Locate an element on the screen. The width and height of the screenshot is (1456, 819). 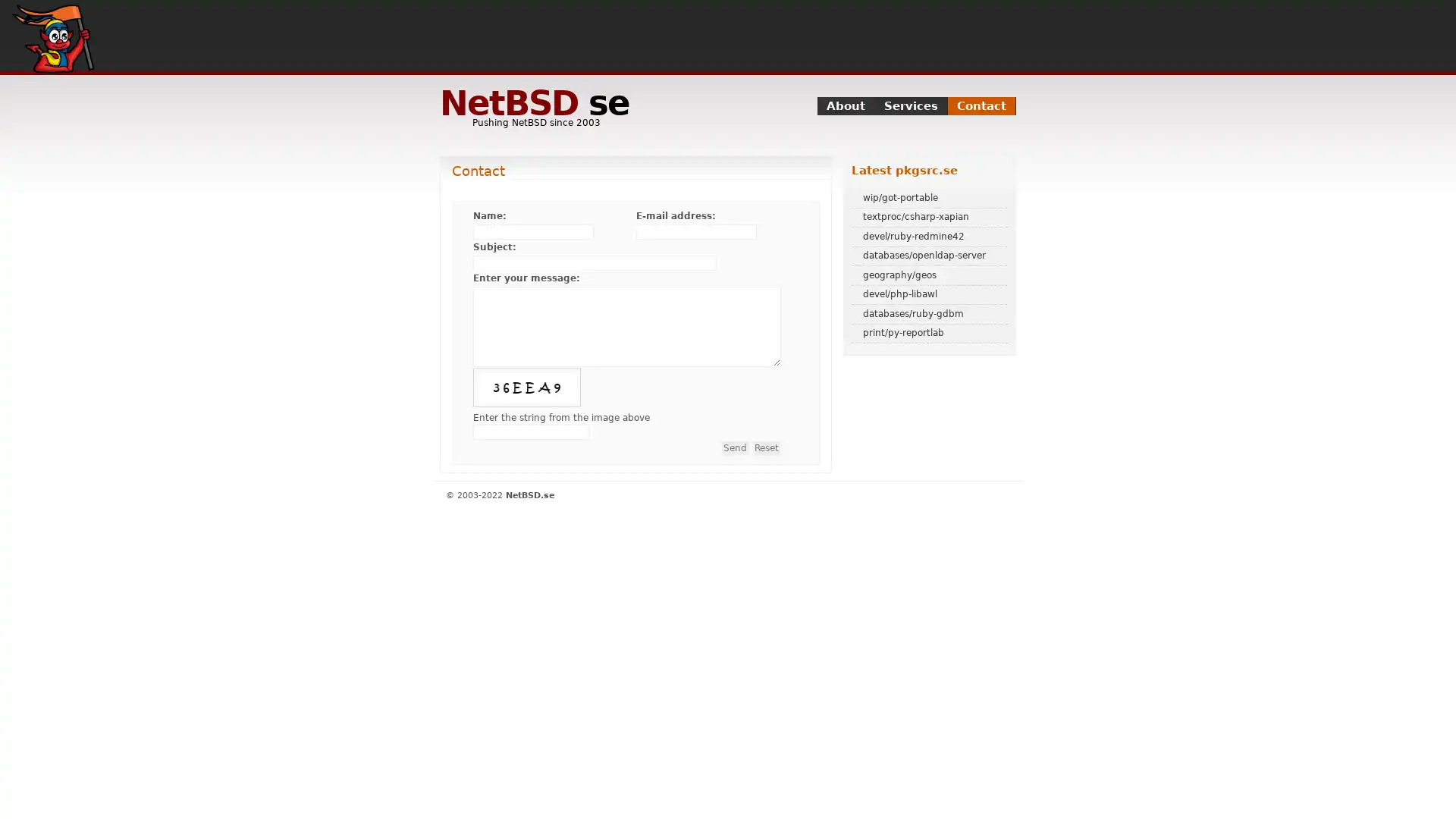
Send is located at coordinates (735, 447).